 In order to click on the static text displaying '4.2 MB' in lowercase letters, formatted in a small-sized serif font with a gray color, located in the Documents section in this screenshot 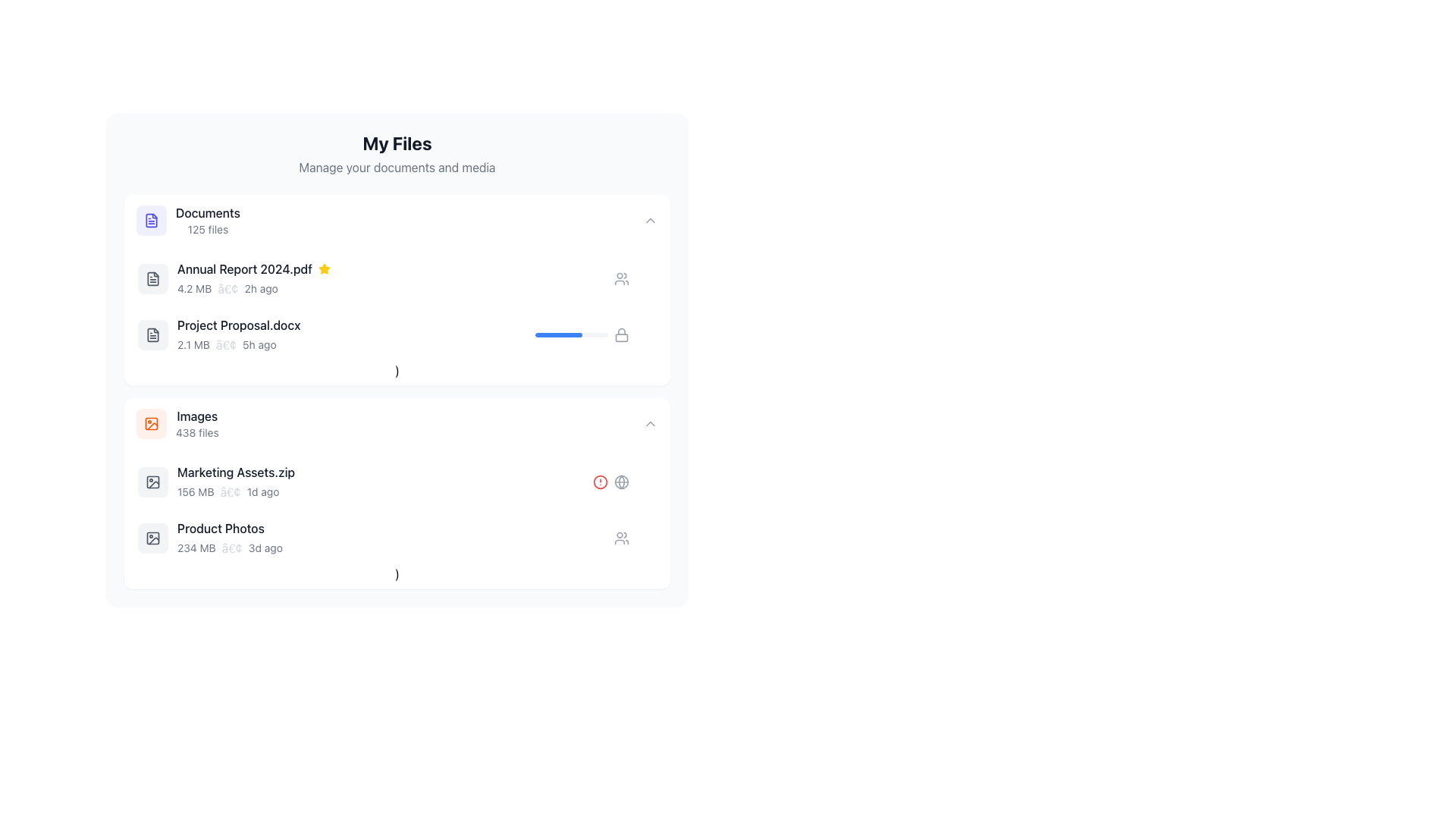, I will do `click(193, 289)`.